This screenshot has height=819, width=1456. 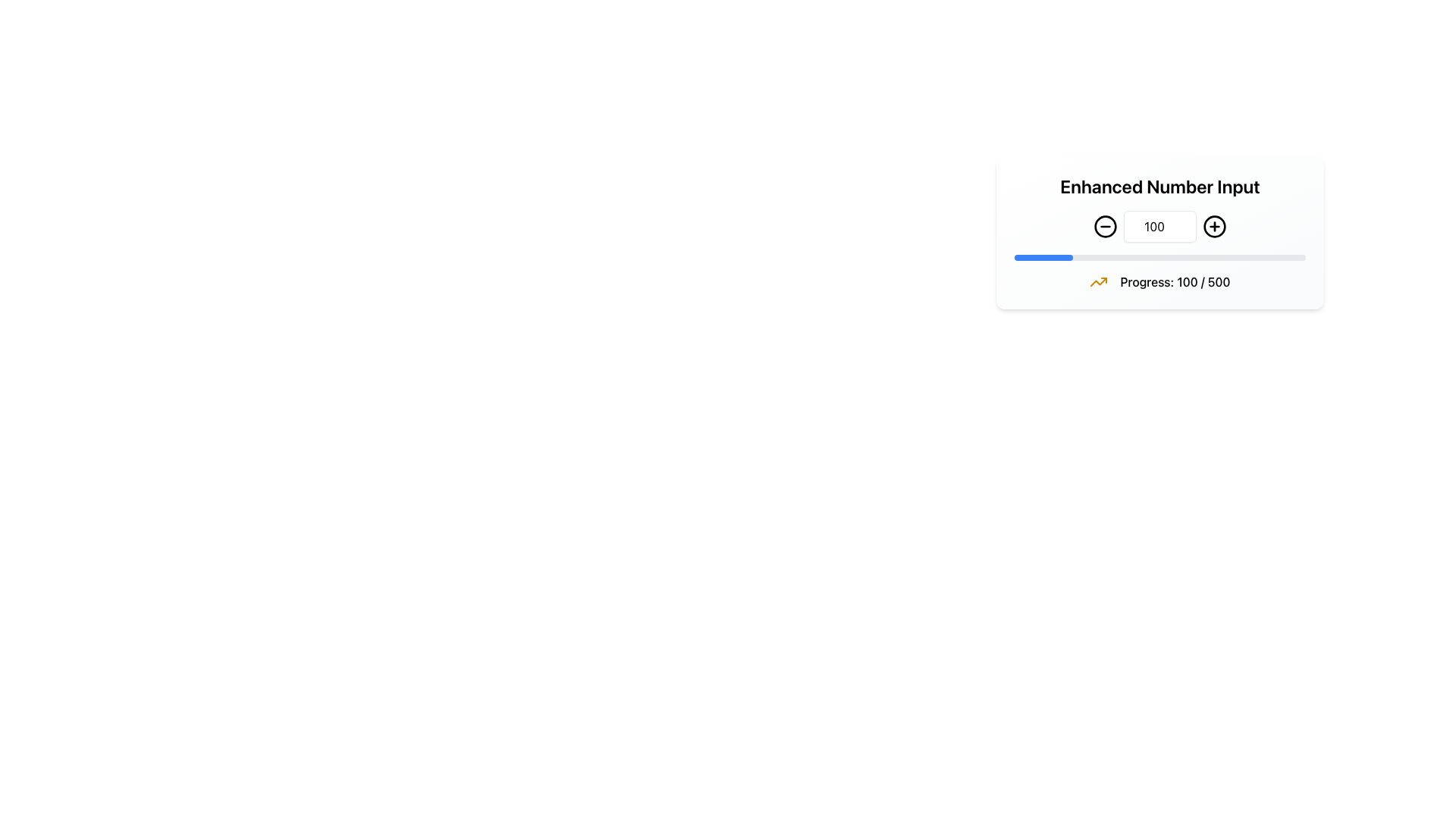 What do you see at coordinates (1215, 227) in the screenshot?
I see `the central circular component of the graphical button located to the right of the numeric input field in the 'Enhanced Number Input' module to interact with it` at bounding box center [1215, 227].